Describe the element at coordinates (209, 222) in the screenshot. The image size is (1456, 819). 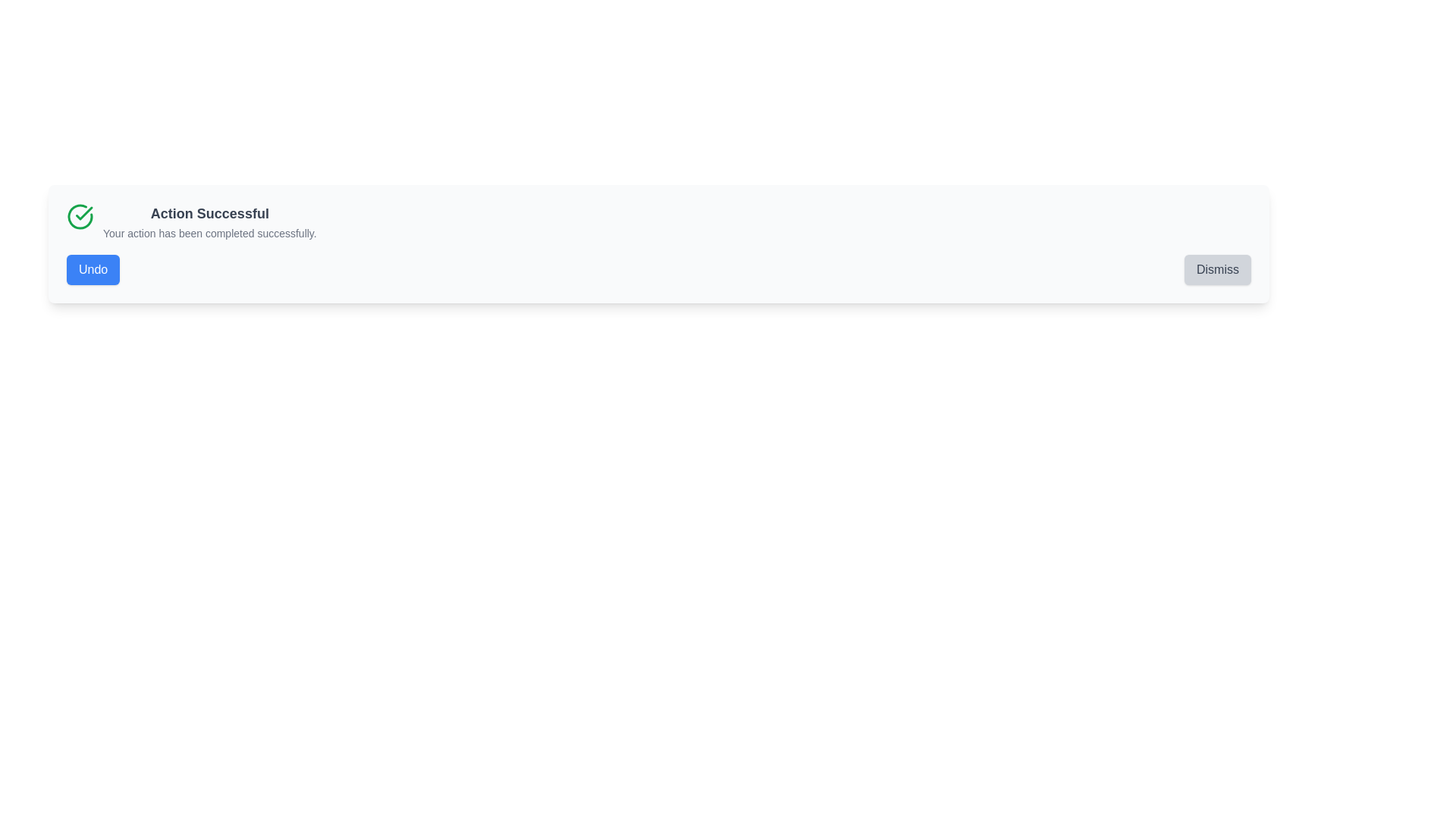
I see `text-based notification message displayed near the center left of the notification bar, positioned above the blue 'Undo' button and next to a green checkmark icon` at that location.